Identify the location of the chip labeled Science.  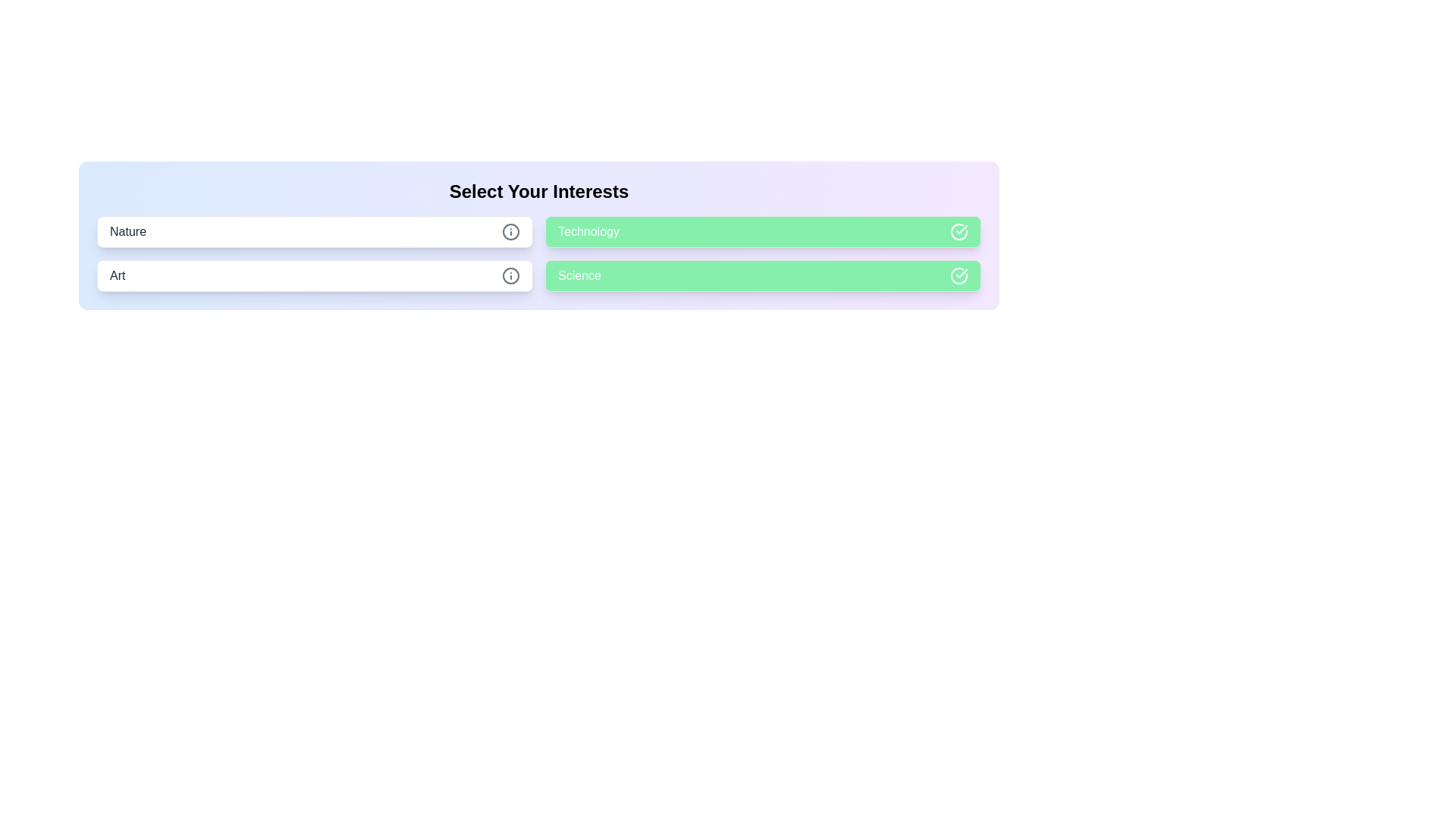
(763, 275).